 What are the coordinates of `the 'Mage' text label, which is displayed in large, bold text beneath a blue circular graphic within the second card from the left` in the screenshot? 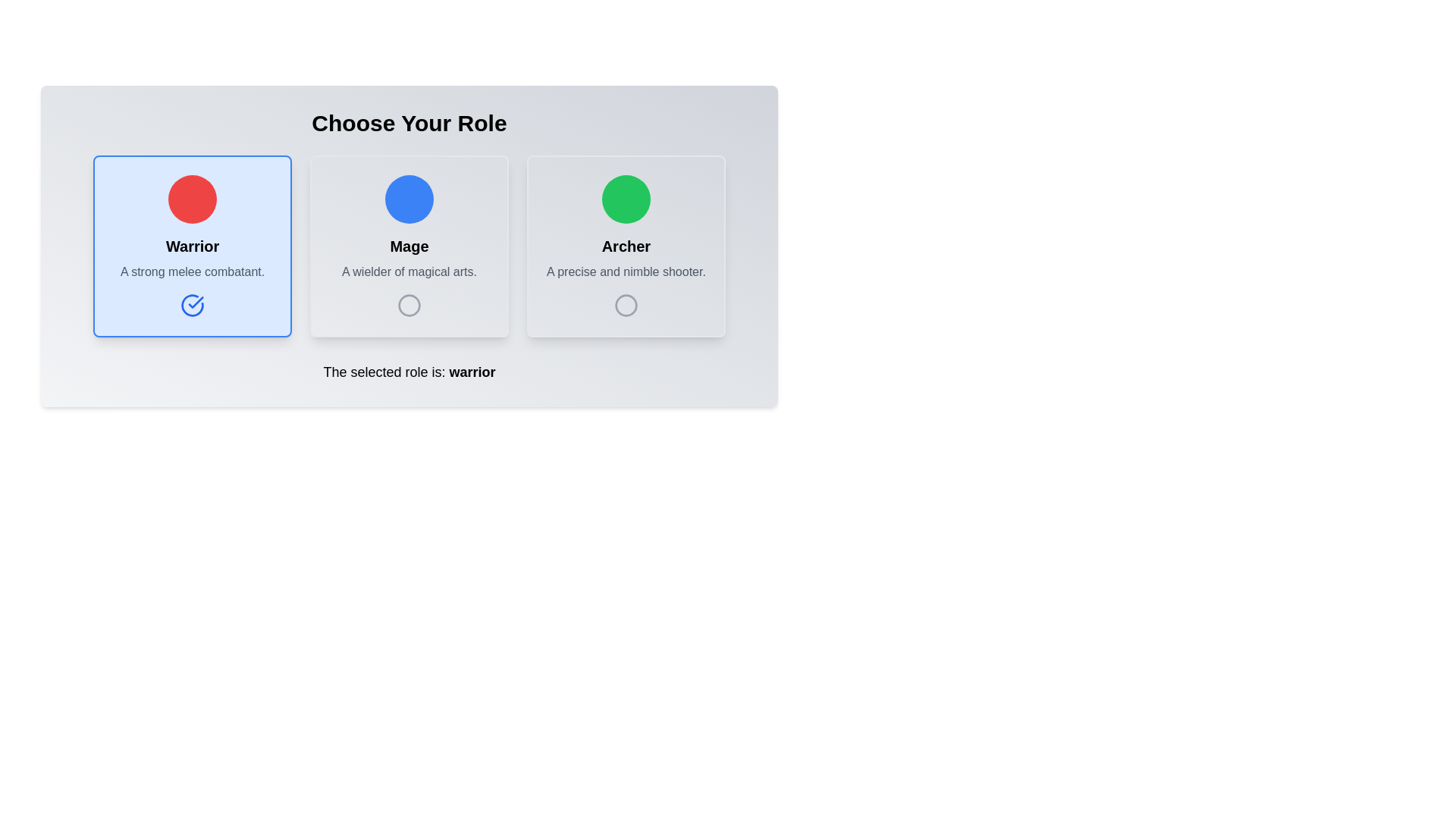 It's located at (409, 245).